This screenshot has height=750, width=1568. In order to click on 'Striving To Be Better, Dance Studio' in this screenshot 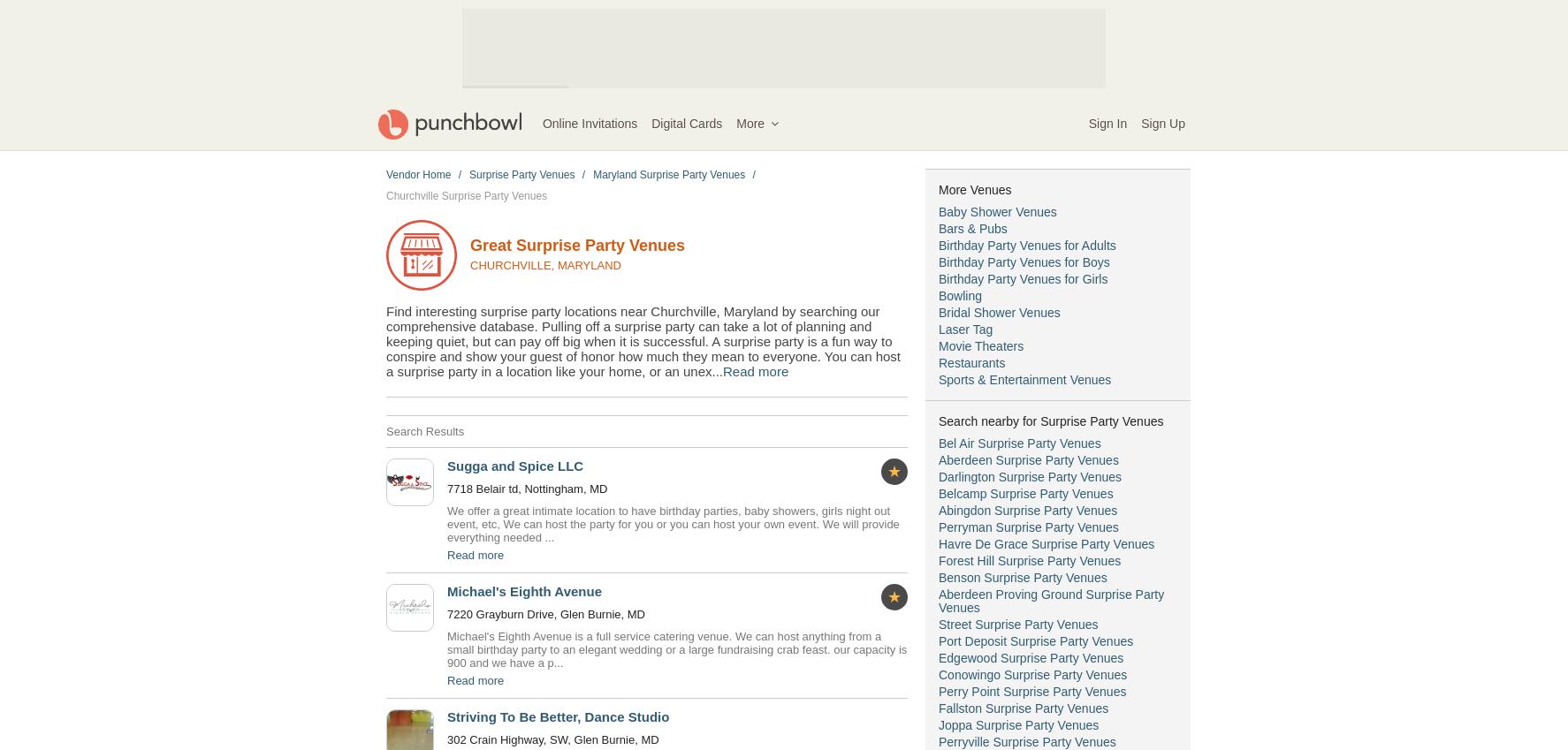, I will do `click(558, 716)`.